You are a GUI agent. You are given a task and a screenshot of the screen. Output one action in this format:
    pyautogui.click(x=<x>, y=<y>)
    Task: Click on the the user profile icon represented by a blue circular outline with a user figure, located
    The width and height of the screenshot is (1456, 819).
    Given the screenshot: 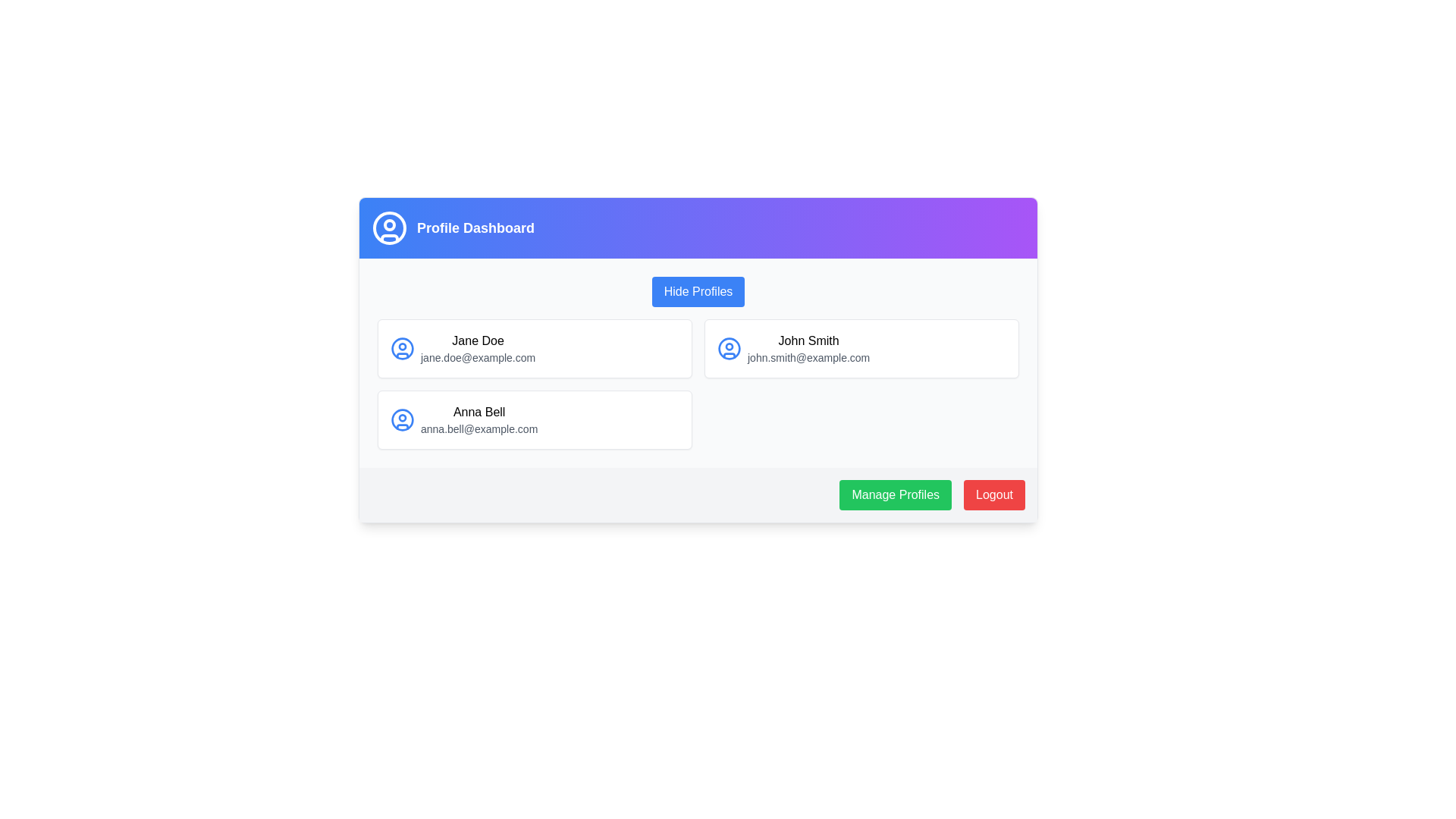 What is the action you would take?
    pyautogui.click(x=403, y=348)
    